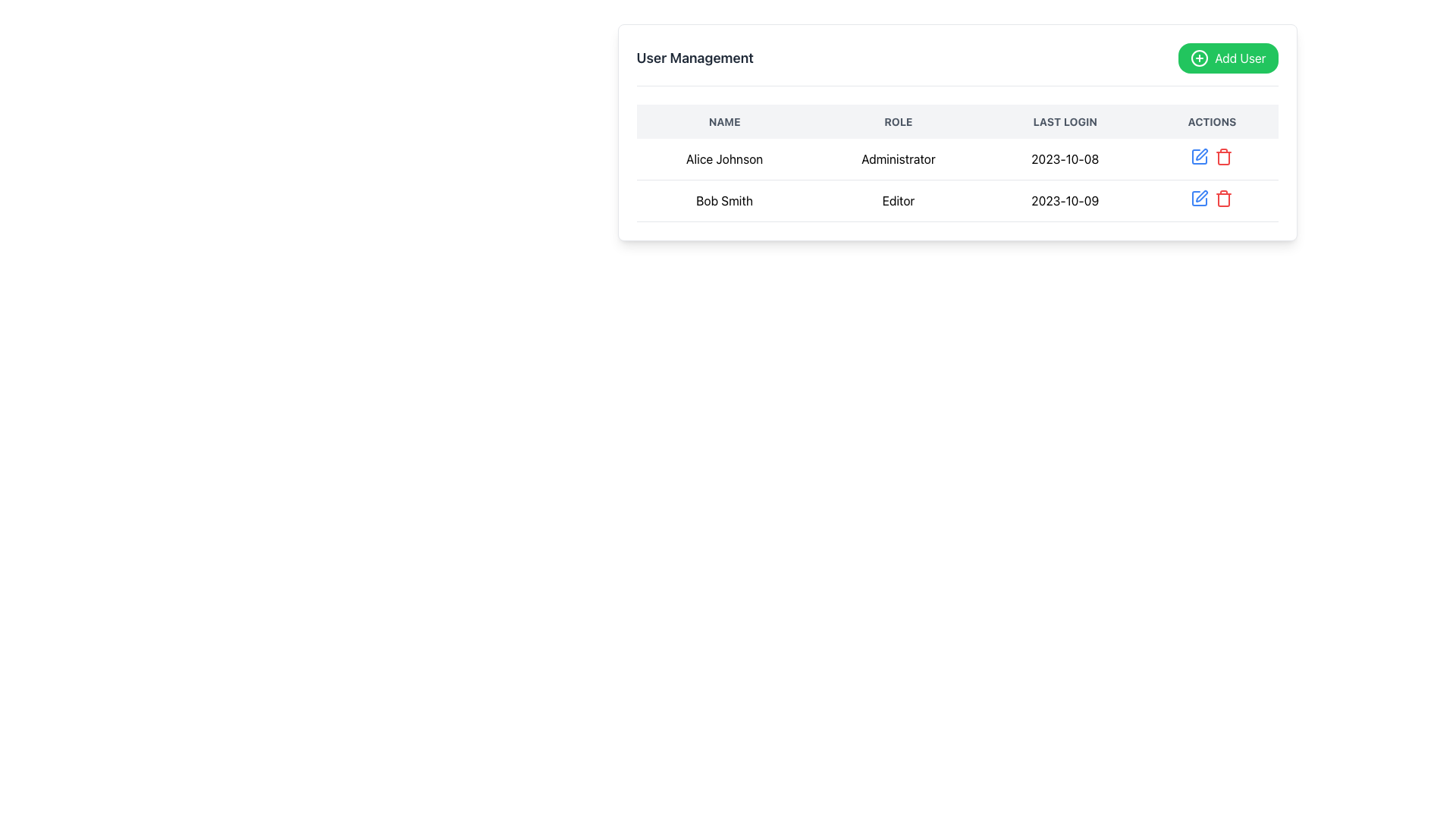 The width and height of the screenshot is (1456, 819). I want to click on the text element displaying the date '2023-10-09' in the 'Last Login' column for 'Bob Smith' in the data table, so click(1064, 200).